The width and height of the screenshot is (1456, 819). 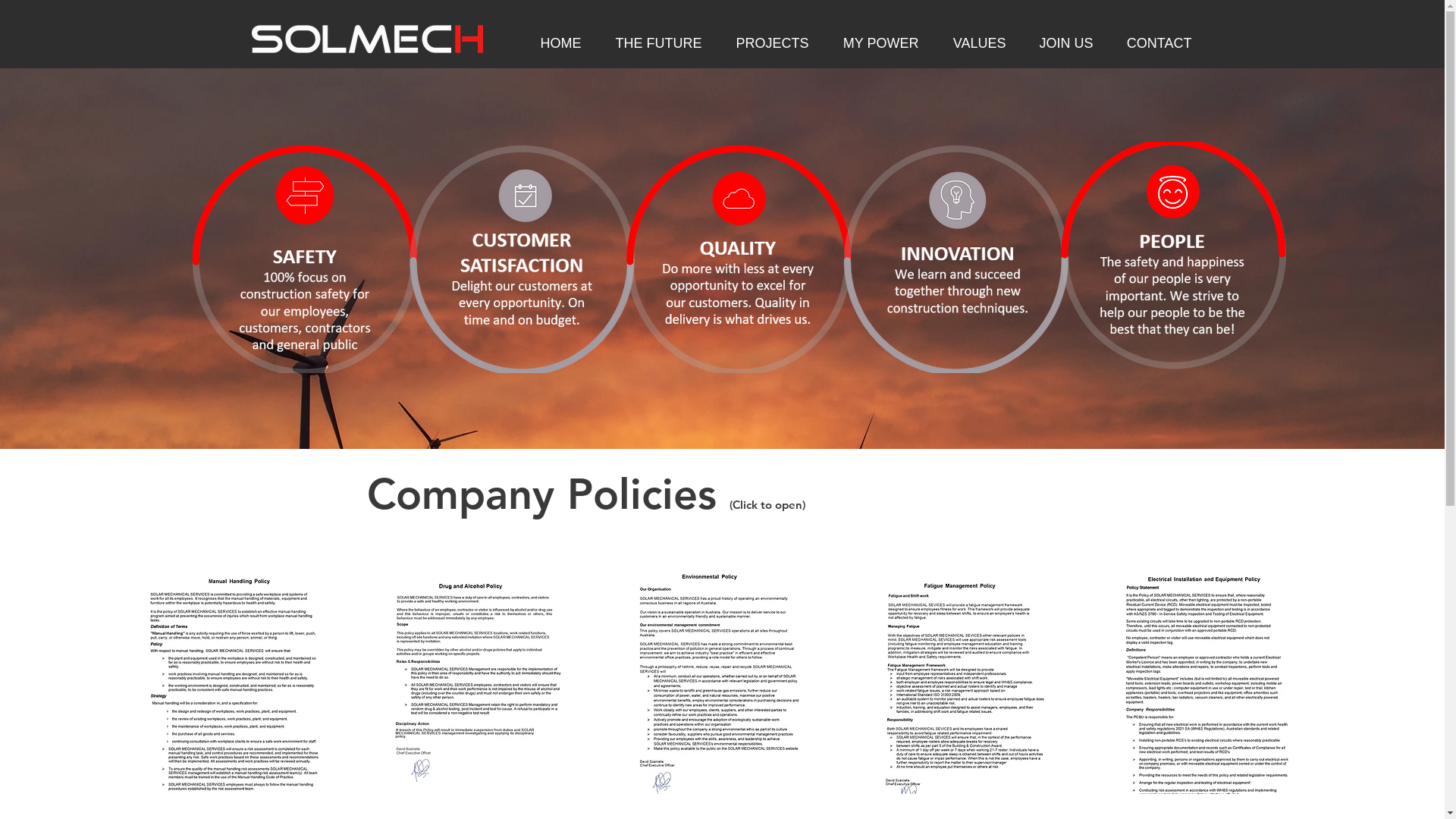 What do you see at coordinates (1018, 42) in the screenshot?
I see `'JOIN US'` at bounding box center [1018, 42].